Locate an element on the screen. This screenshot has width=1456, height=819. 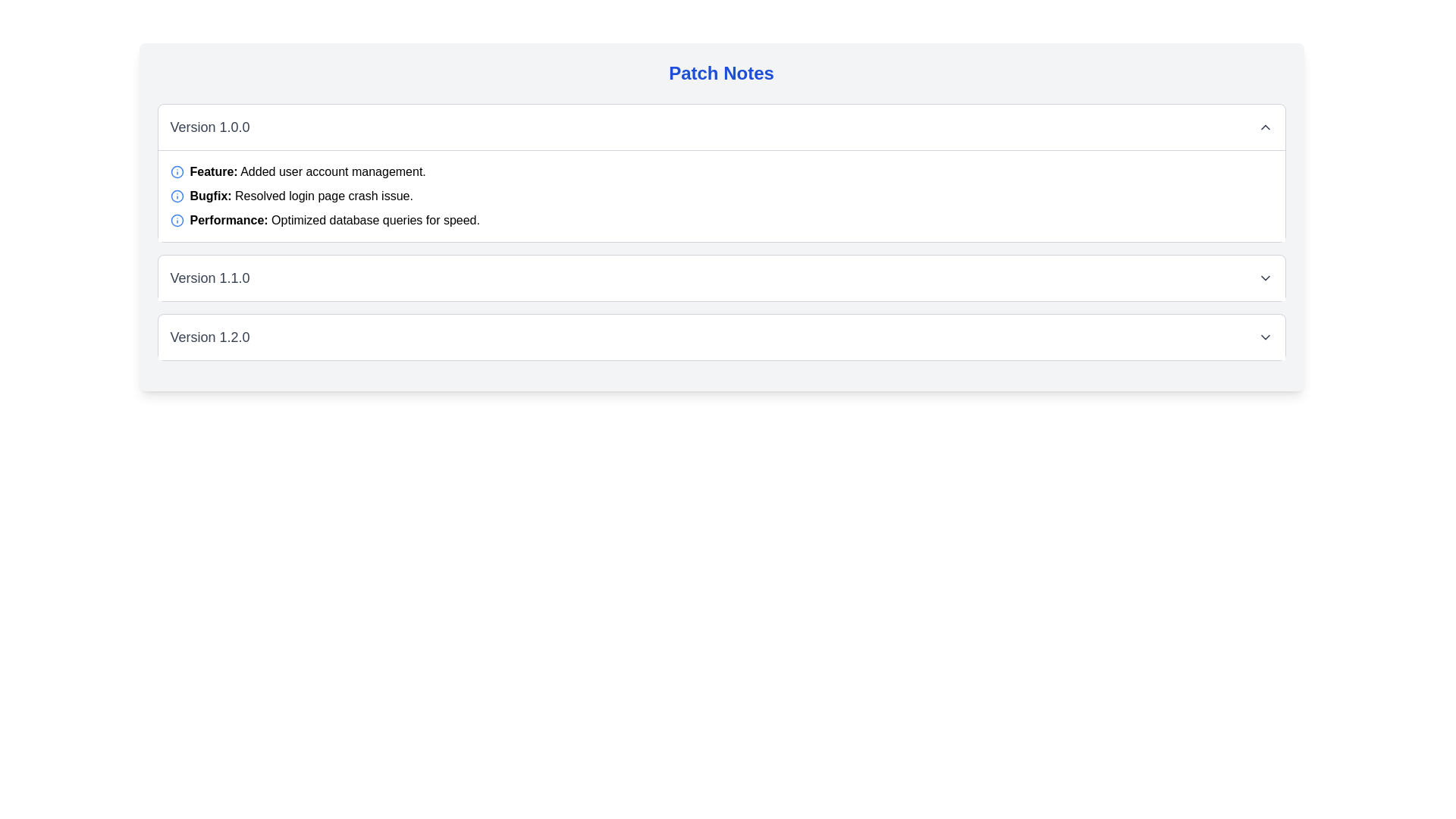
the bold text fragment reading 'Feature:' in the Patch Notes interface under Version 1.0.0 is located at coordinates (213, 171).